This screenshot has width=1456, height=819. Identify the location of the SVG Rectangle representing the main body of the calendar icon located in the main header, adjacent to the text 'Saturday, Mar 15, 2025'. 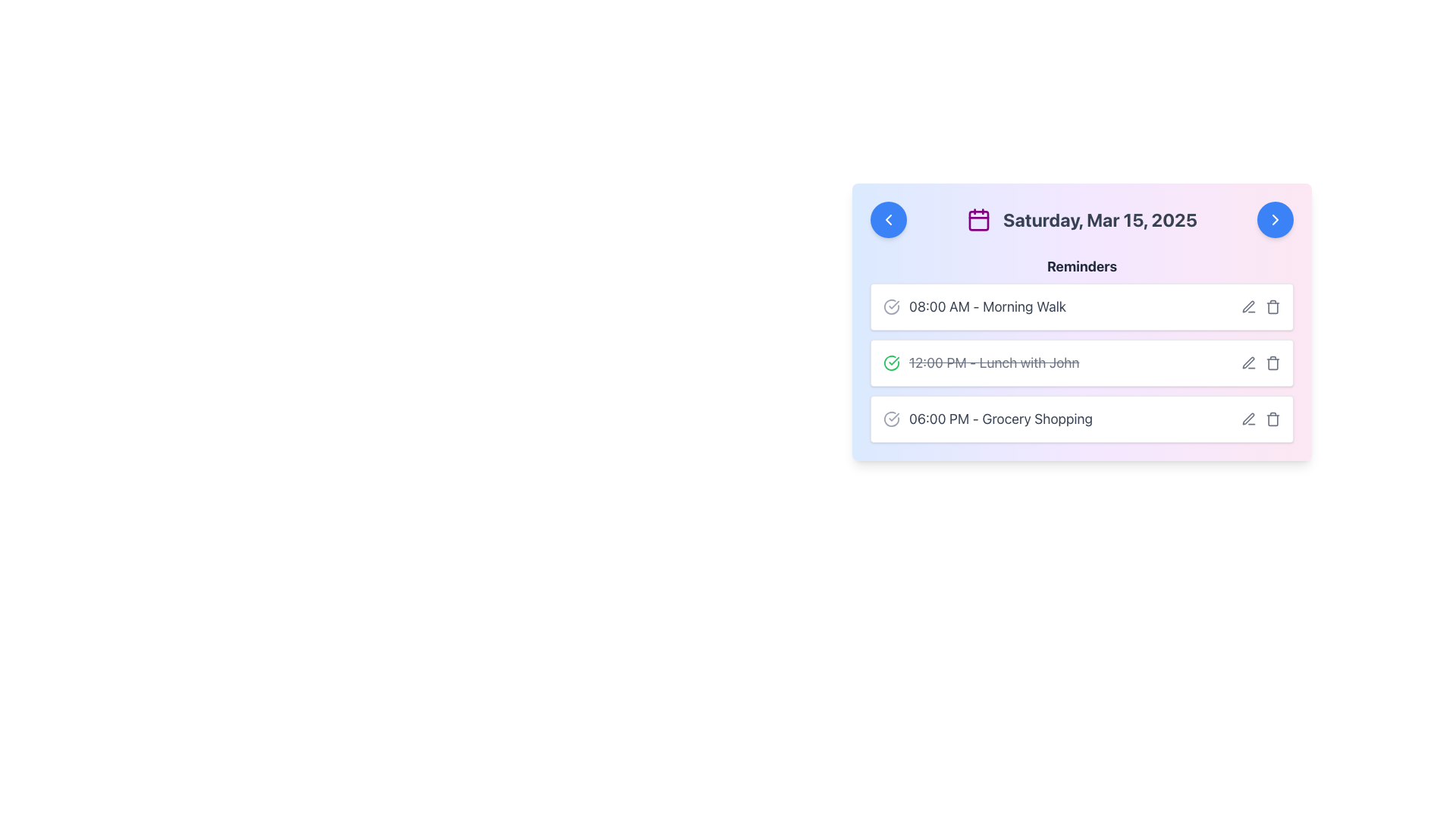
(979, 221).